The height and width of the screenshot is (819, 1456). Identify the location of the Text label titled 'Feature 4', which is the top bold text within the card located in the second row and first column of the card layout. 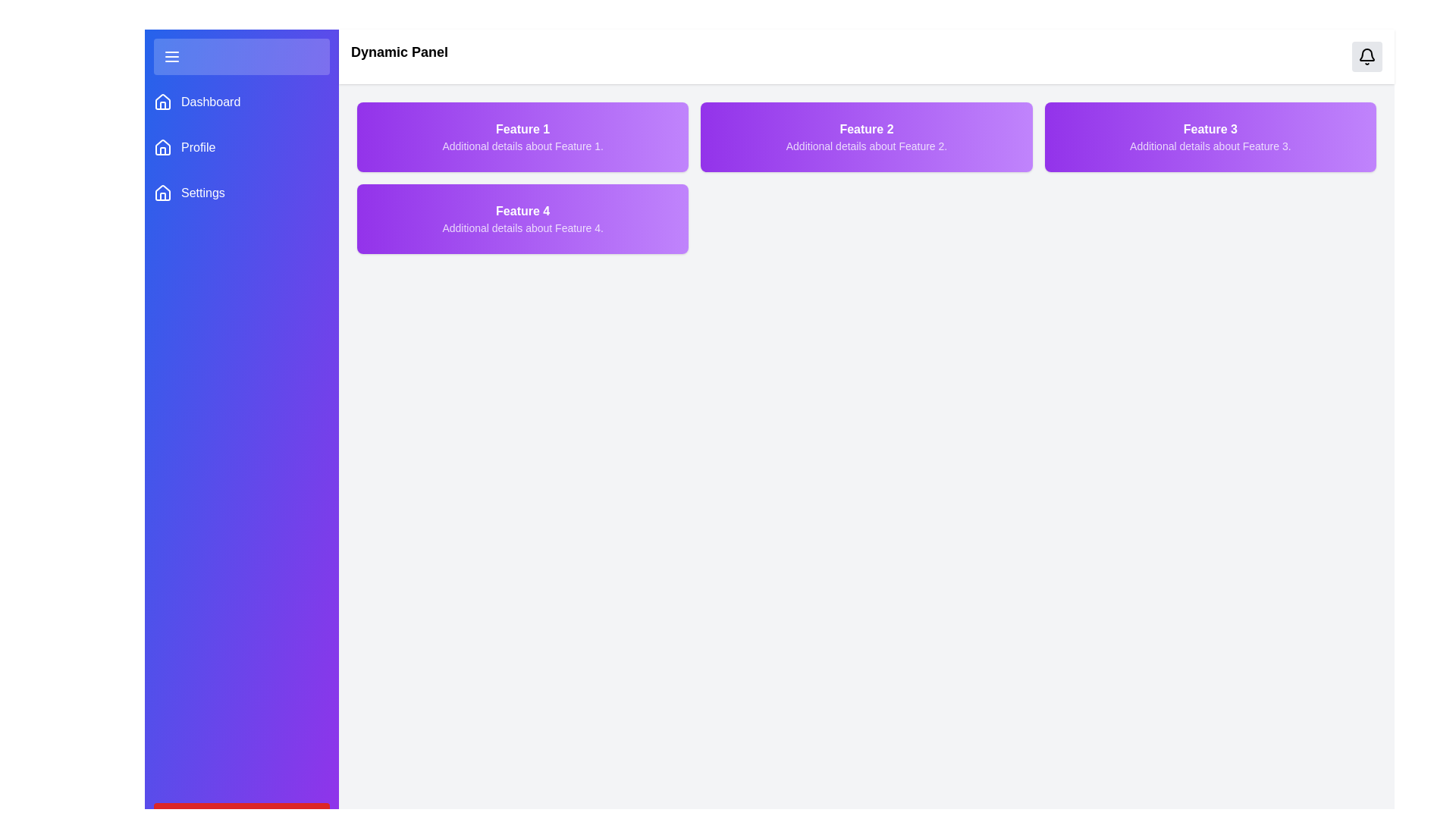
(522, 211).